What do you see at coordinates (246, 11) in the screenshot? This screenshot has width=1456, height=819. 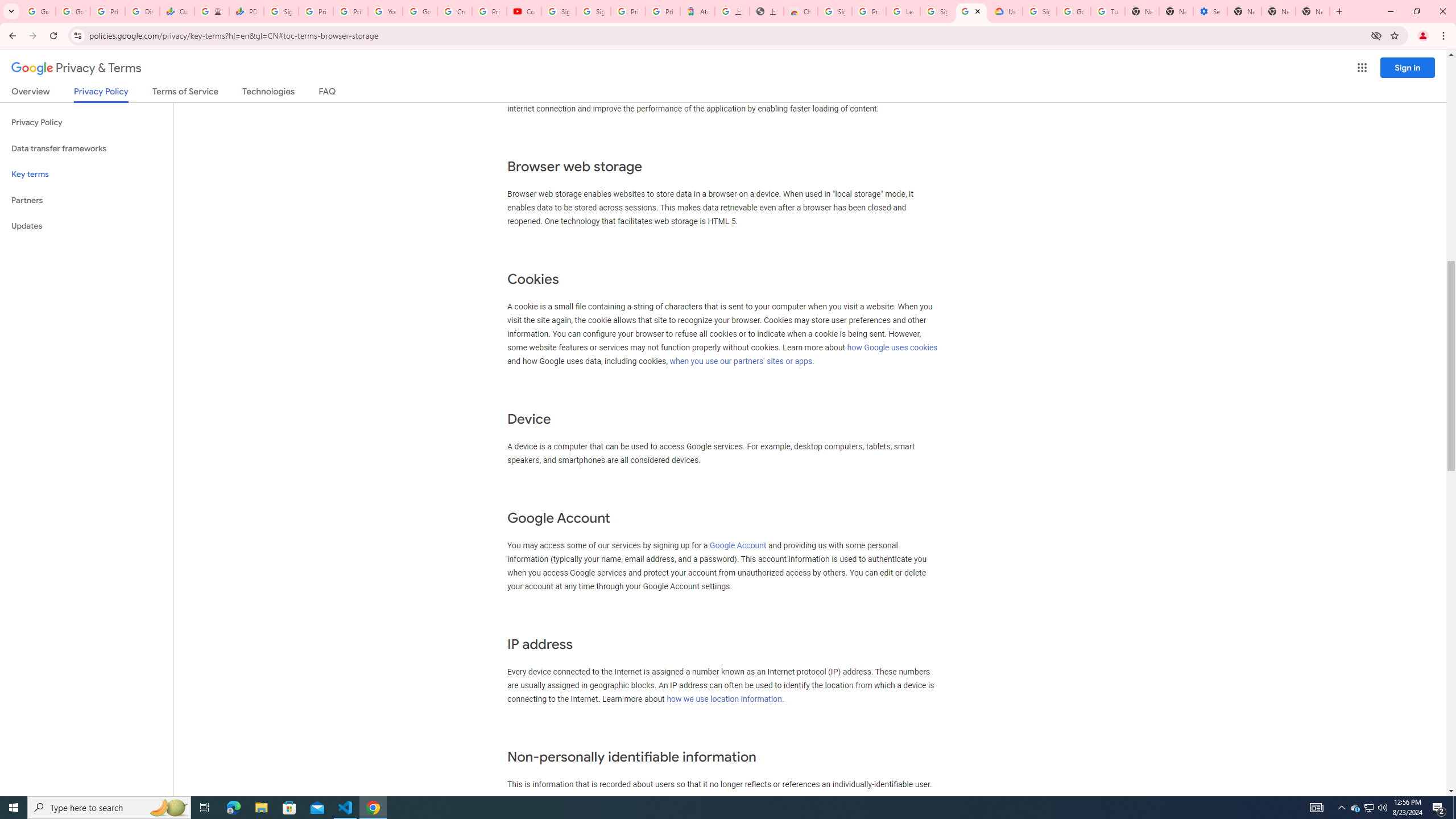 I see `'PDD Holdings Inc - ADR (PDD) Price & News - Google Finance'` at bounding box center [246, 11].